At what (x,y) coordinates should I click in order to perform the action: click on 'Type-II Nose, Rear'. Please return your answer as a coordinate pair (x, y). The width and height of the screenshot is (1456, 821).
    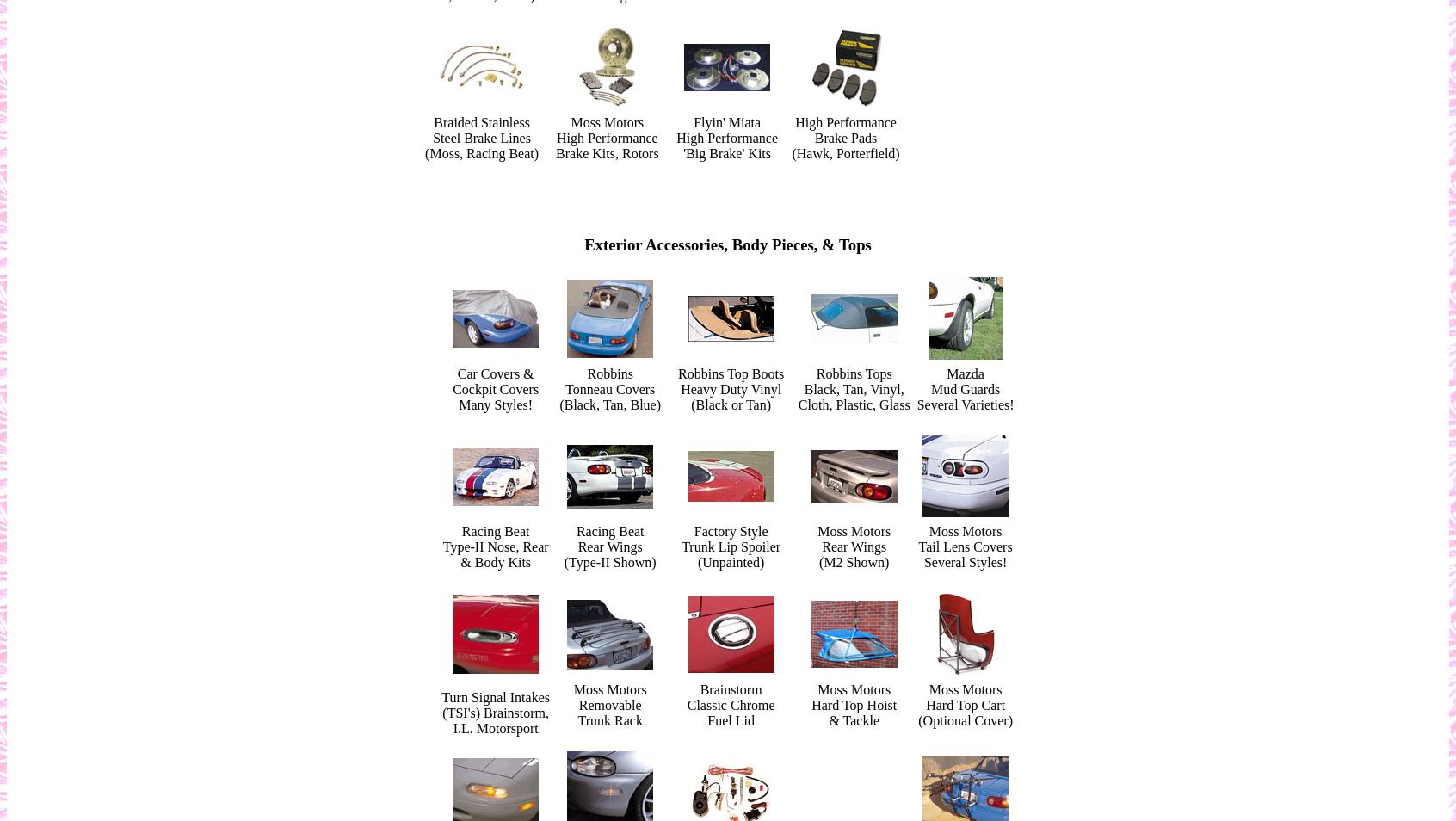
    Looking at the image, I should click on (494, 546).